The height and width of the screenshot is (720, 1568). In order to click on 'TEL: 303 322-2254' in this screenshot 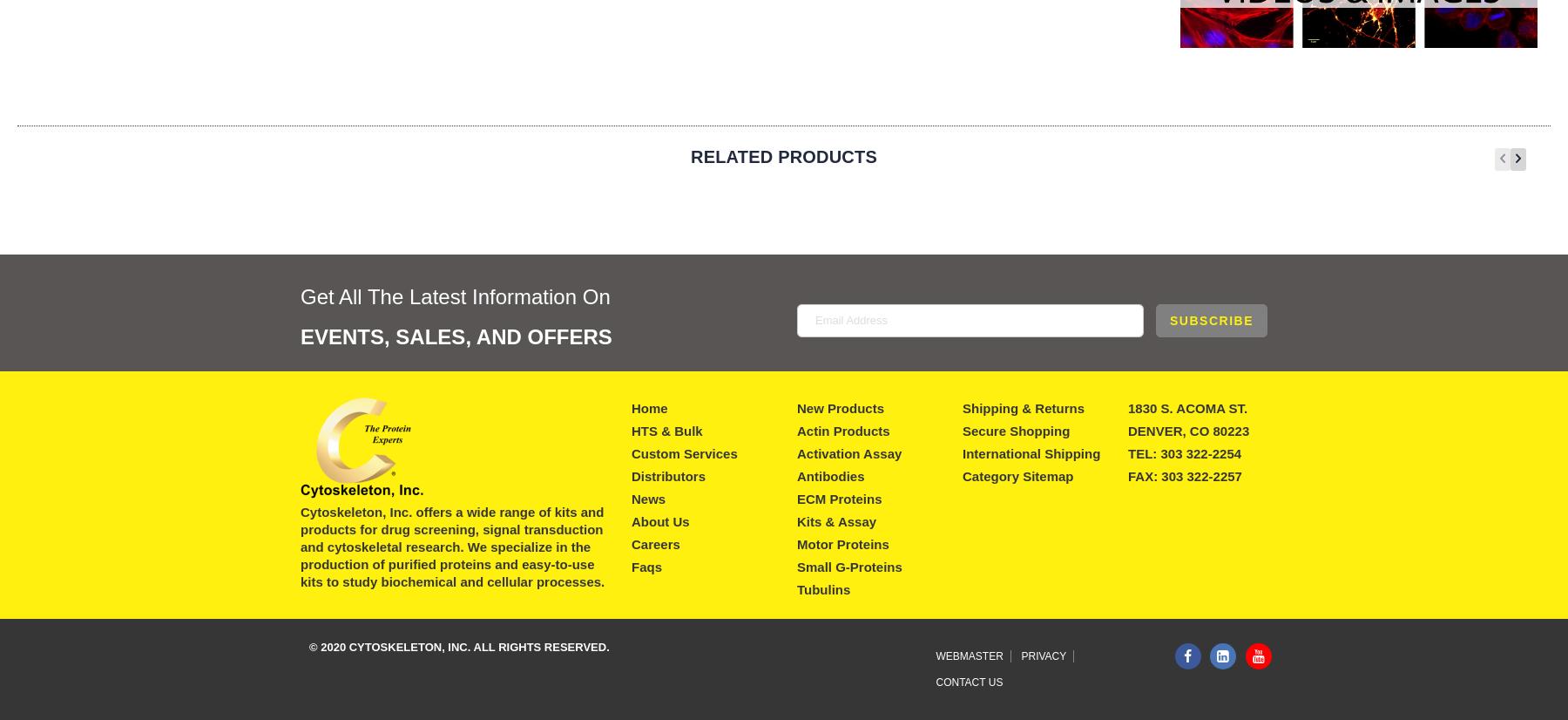, I will do `click(1127, 452)`.